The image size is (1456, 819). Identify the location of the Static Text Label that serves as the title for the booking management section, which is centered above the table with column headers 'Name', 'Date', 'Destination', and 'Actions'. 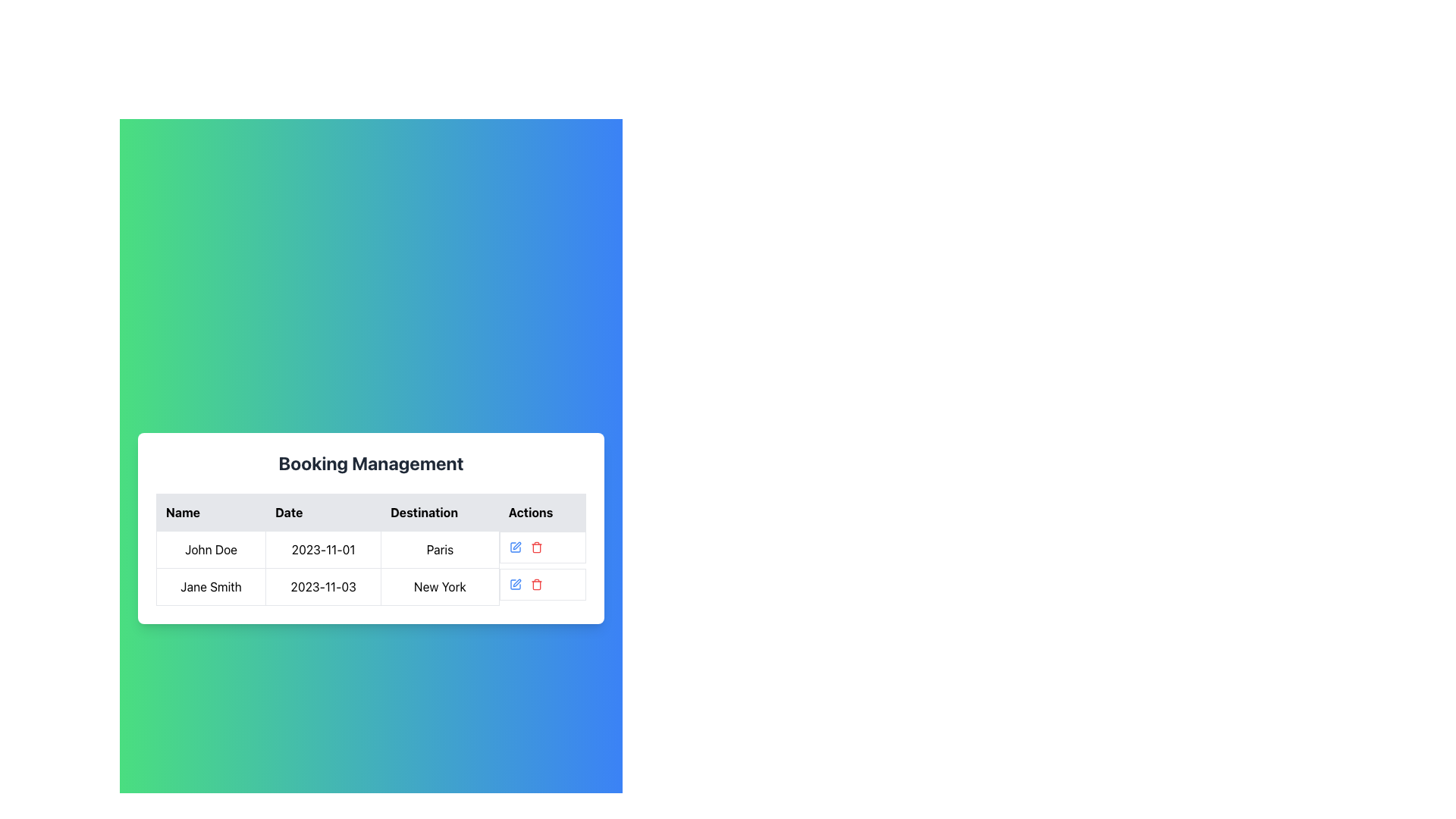
(371, 462).